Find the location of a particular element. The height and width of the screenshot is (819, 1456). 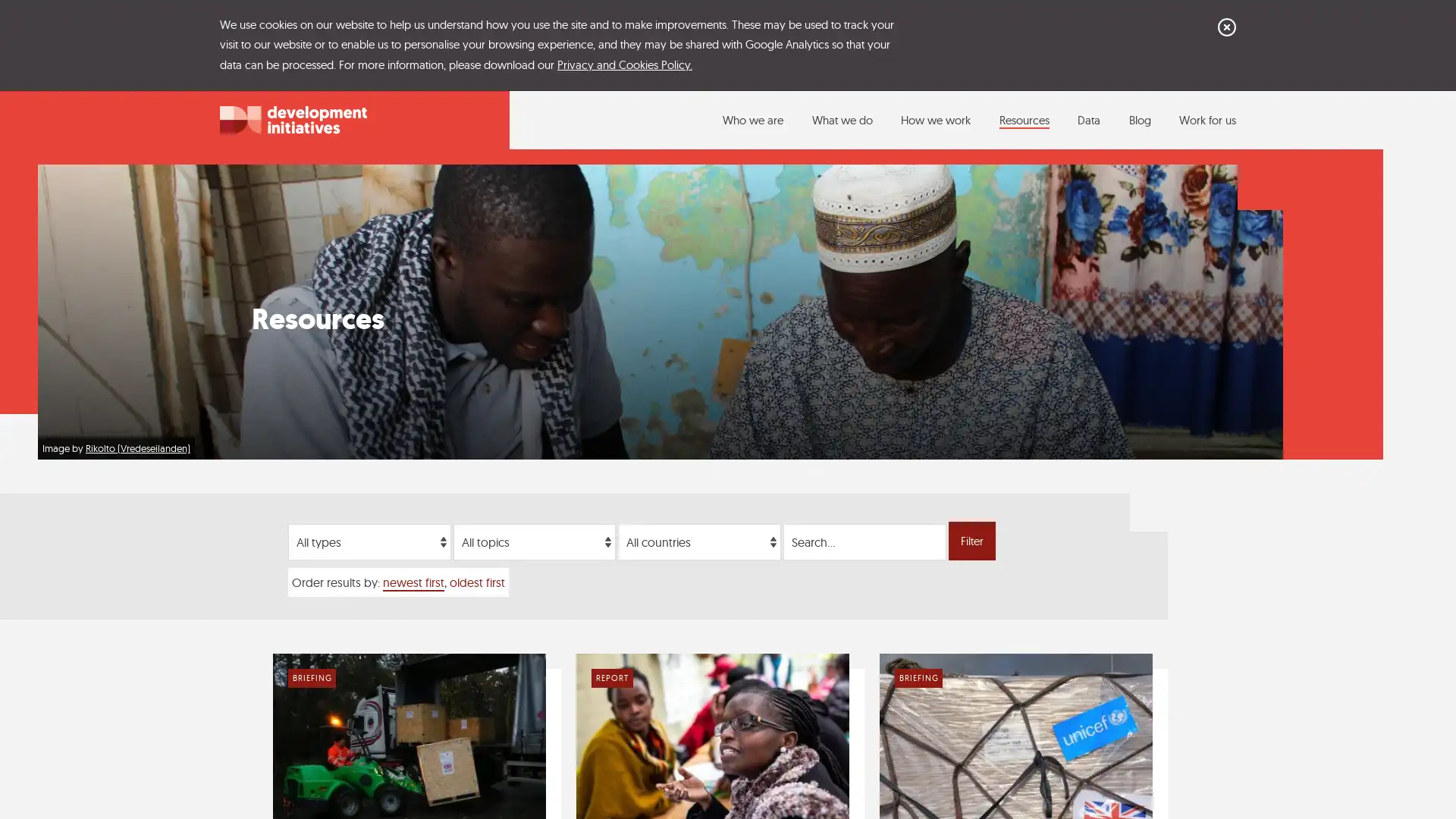

Filter is located at coordinates (972, 540).